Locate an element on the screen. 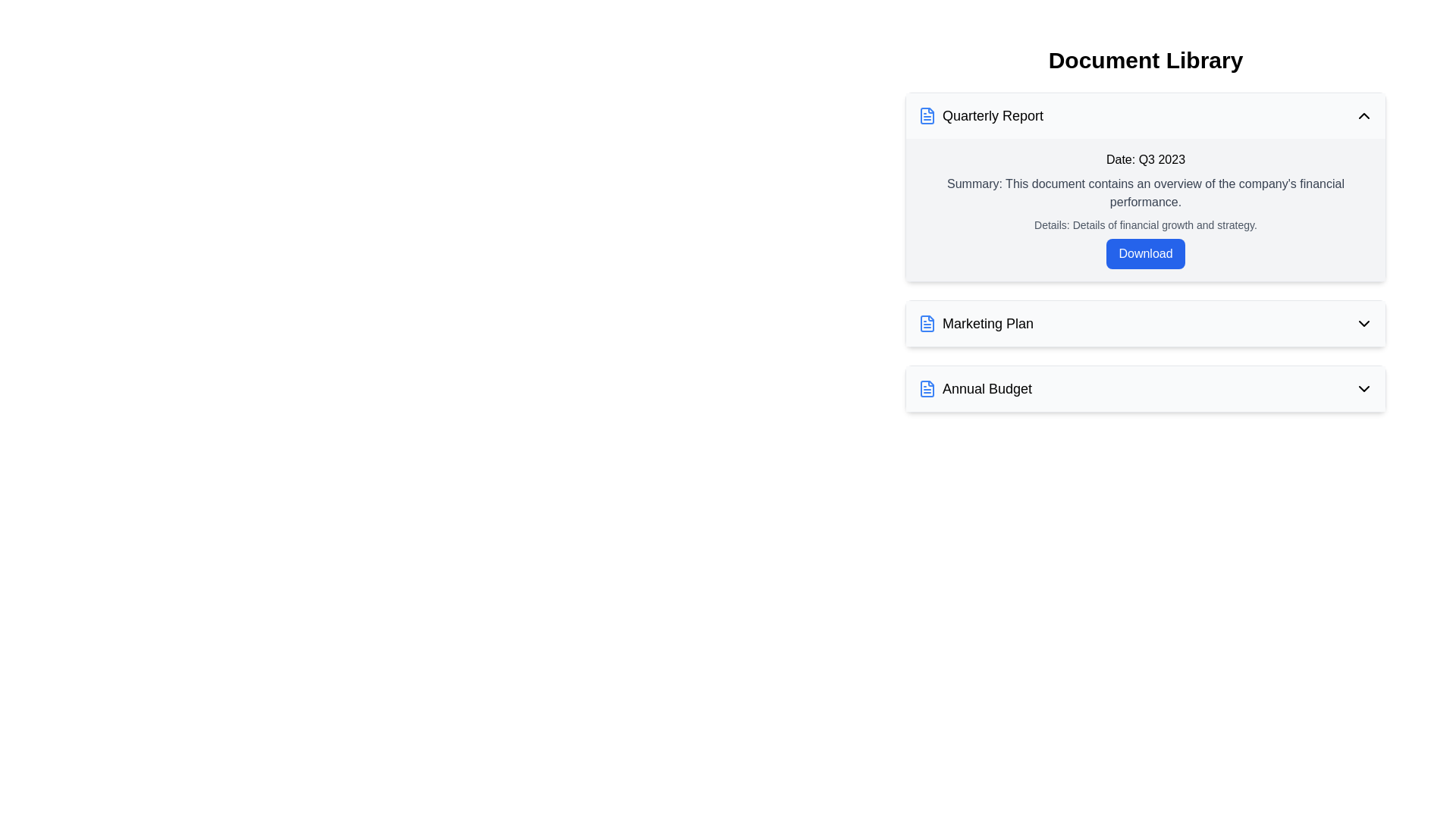  the CollapsibleCardHeader for the 'Annual Budget' is located at coordinates (1146, 388).